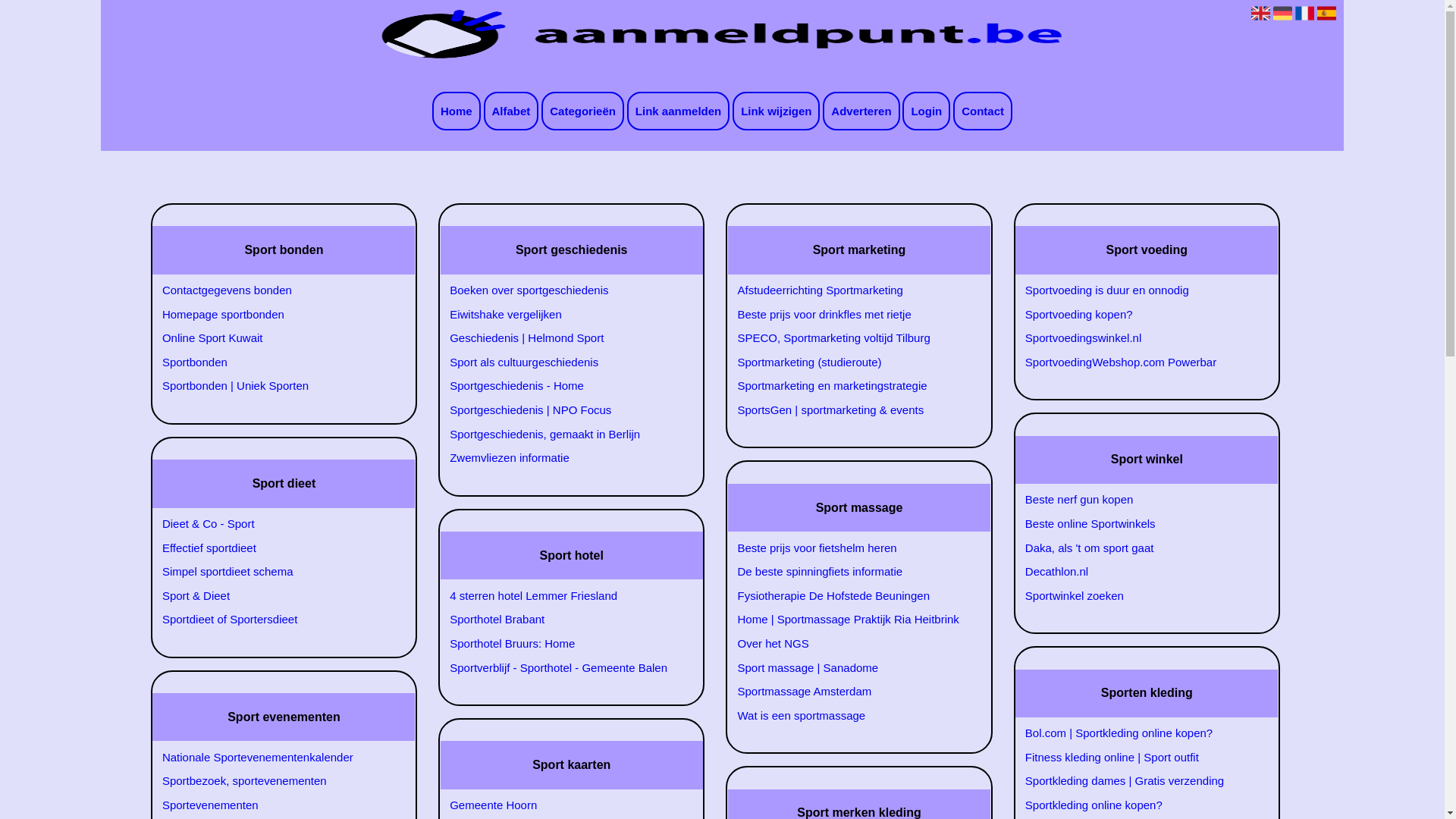 The height and width of the screenshot is (819, 1456). I want to click on 'Homepage sportbonden', so click(275, 314).